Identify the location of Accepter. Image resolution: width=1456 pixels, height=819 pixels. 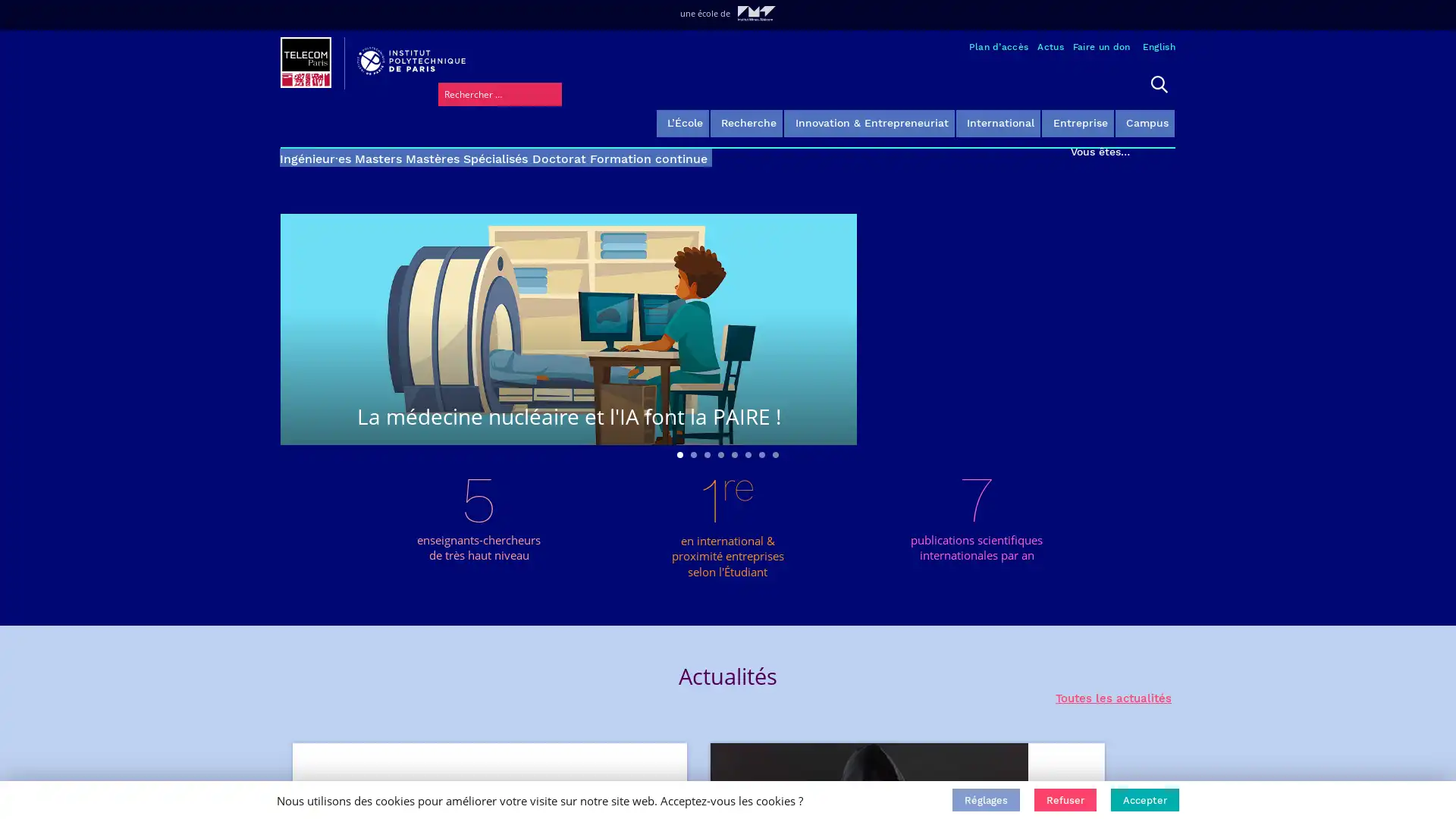
(1145, 799).